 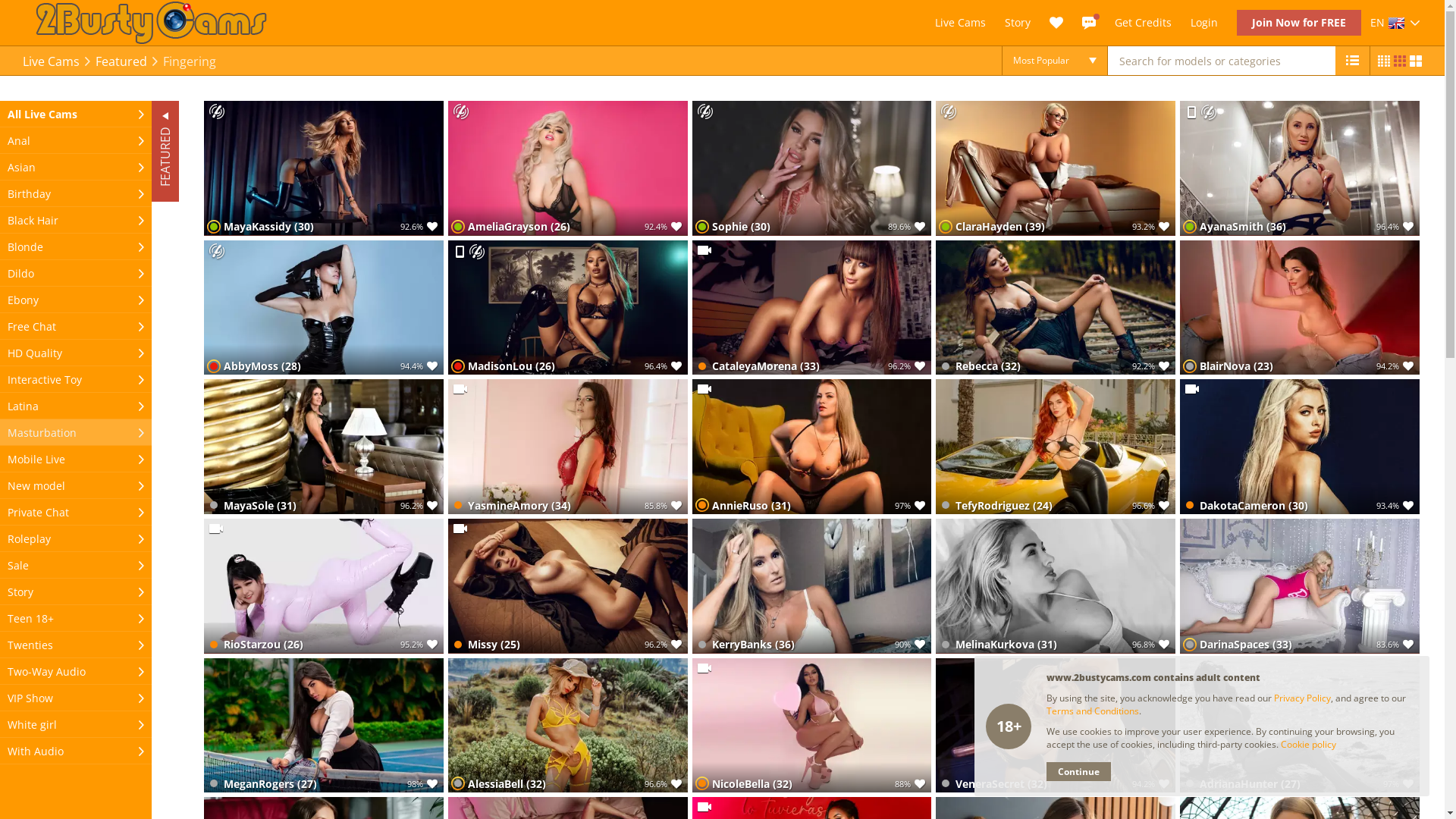 What do you see at coordinates (566, 168) in the screenshot?
I see `'AmeliaGrayson (26)` at bounding box center [566, 168].